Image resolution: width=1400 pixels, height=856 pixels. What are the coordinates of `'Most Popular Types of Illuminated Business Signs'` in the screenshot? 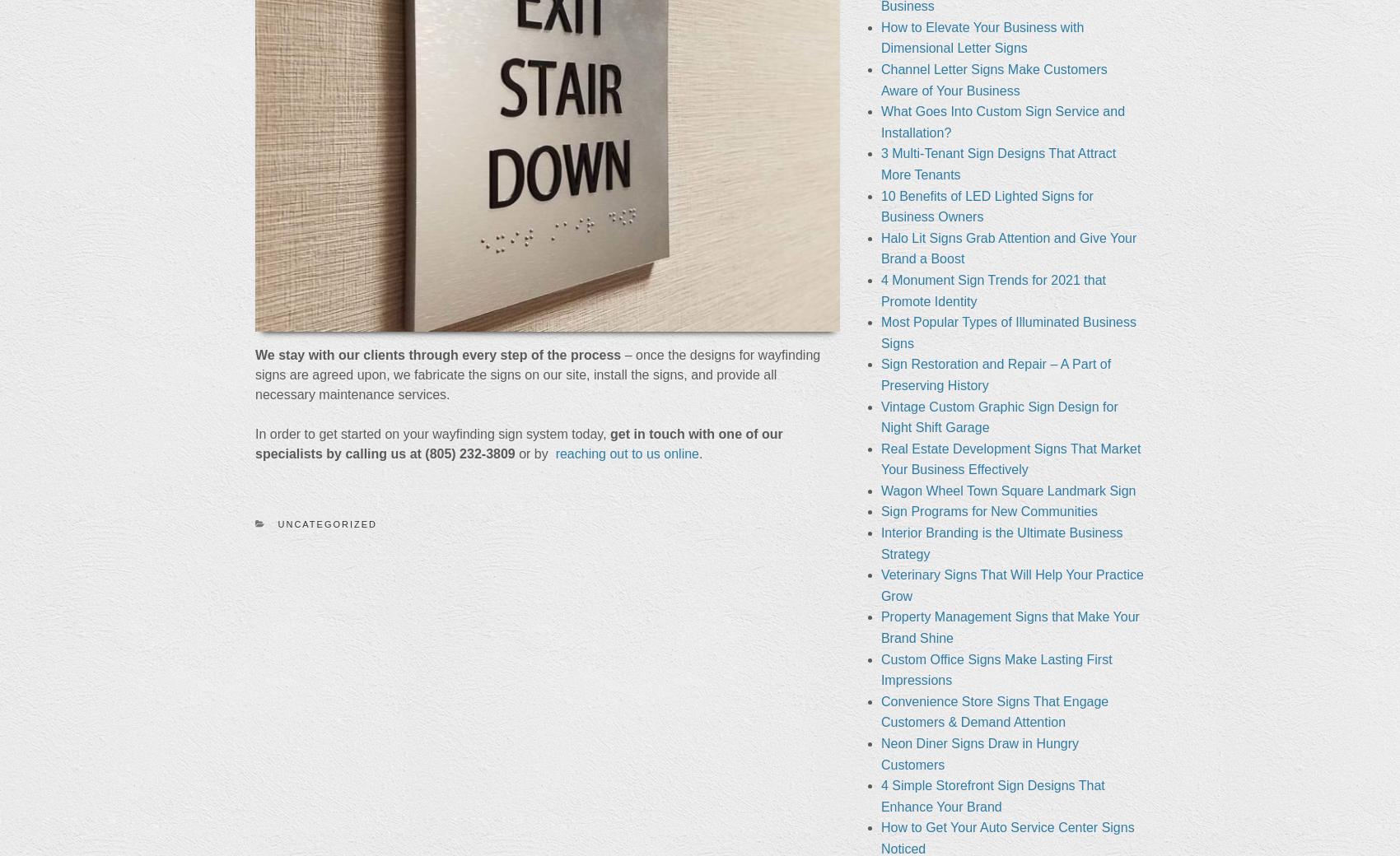 It's located at (1007, 333).